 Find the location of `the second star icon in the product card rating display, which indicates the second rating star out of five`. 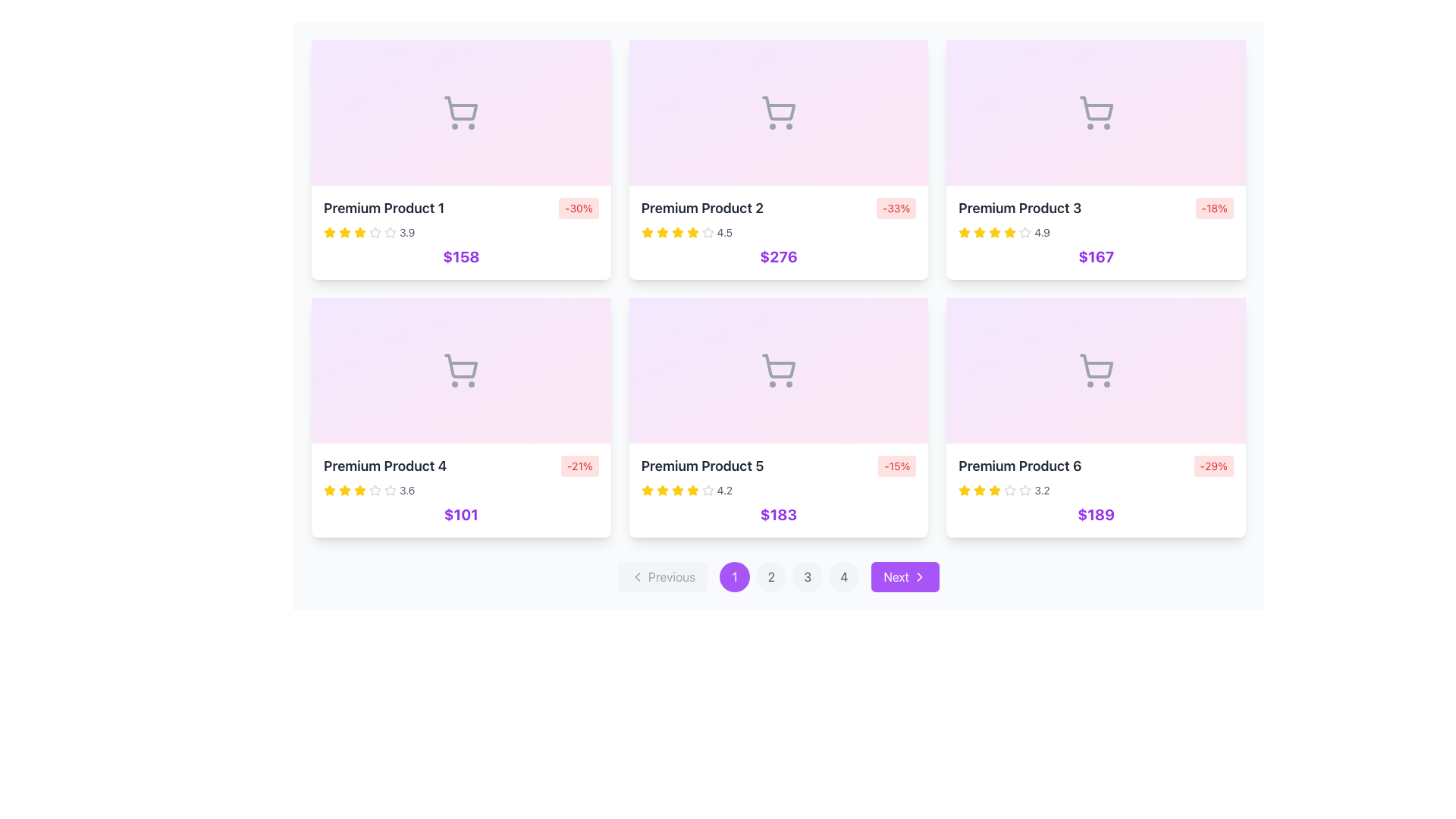

the second star icon in the product card rating display, which indicates the second rating star out of five is located at coordinates (359, 490).